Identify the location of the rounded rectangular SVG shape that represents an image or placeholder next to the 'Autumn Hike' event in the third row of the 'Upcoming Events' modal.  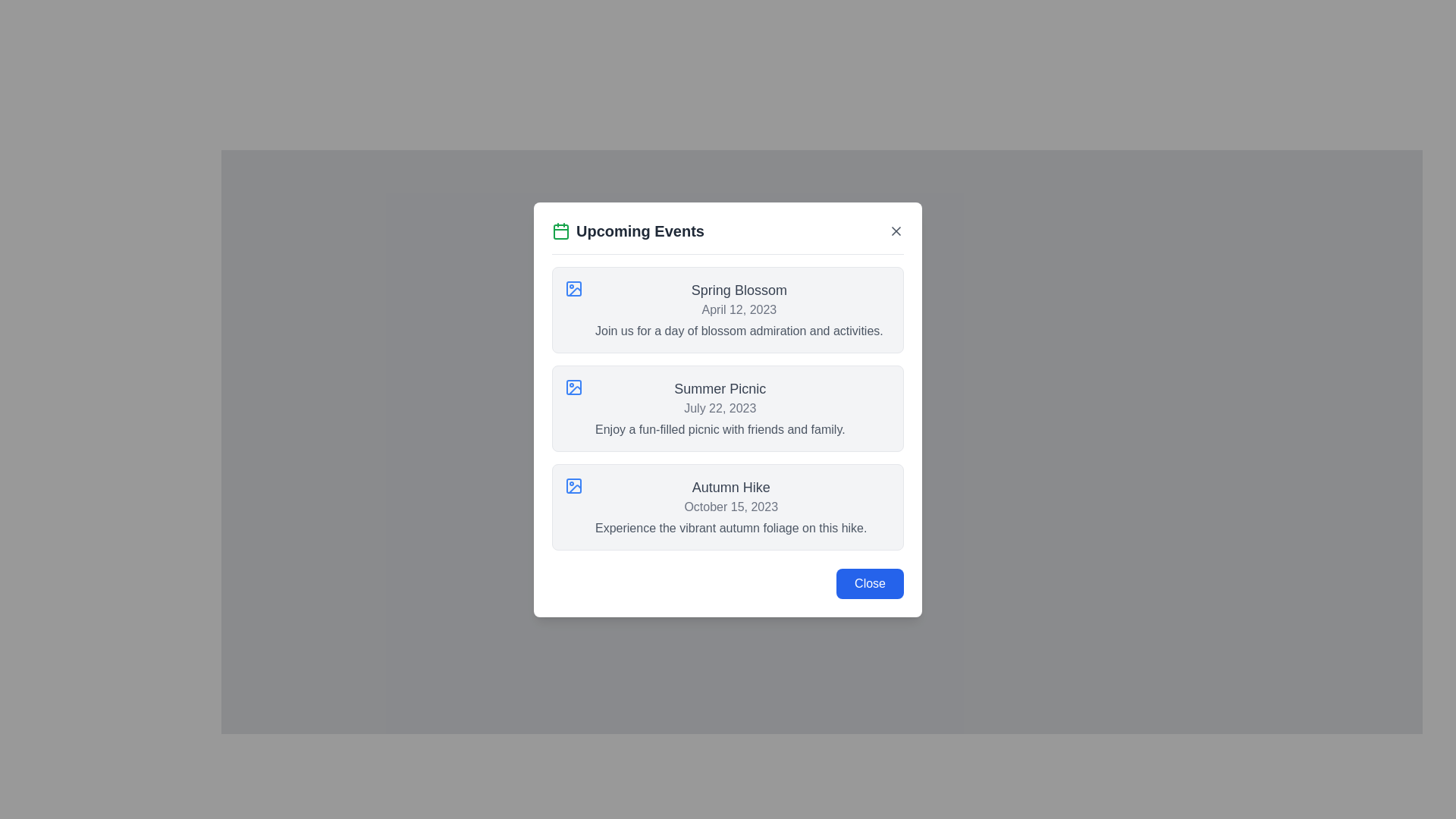
(573, 485).